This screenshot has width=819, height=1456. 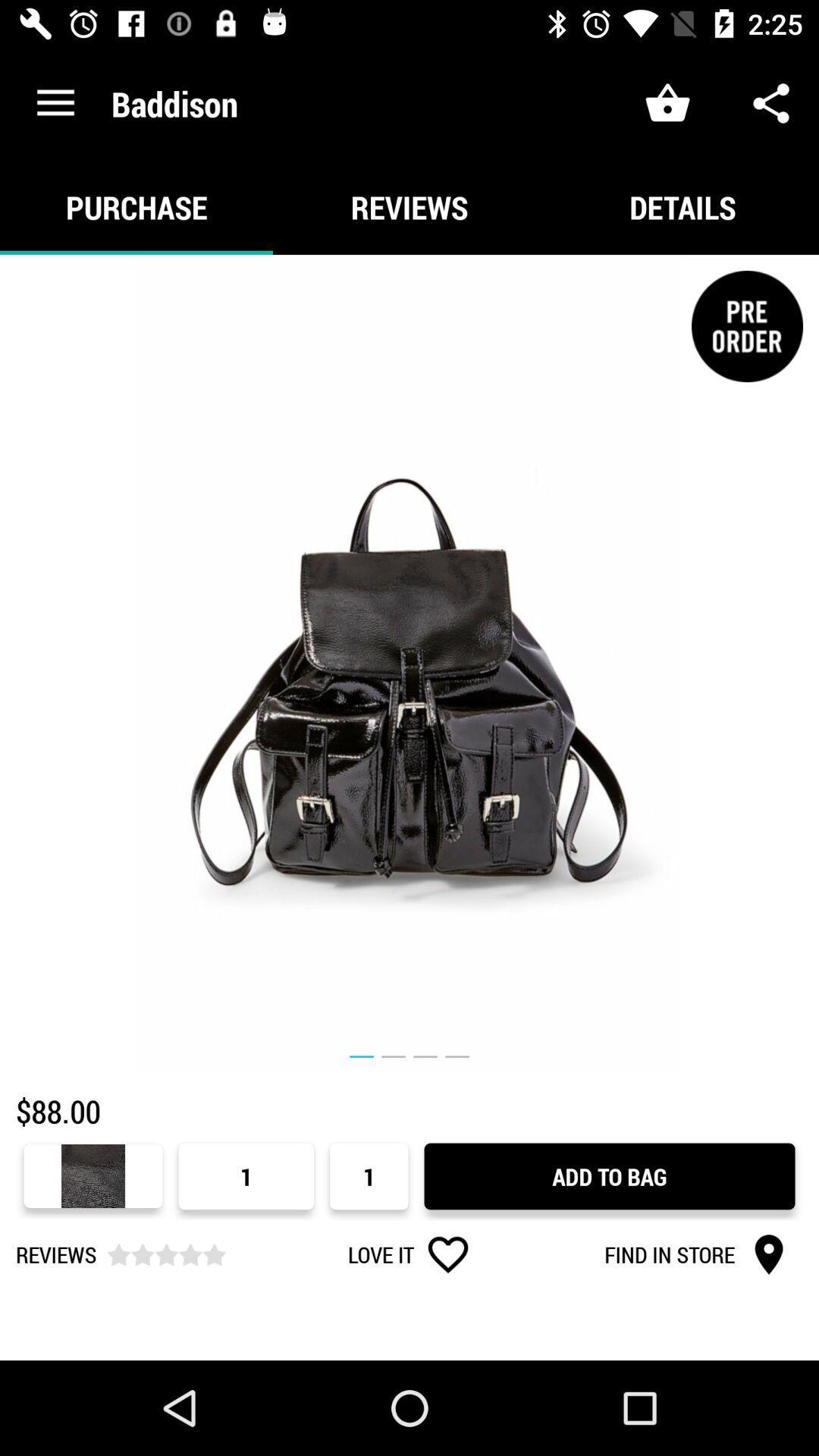 I want to click on icon above the purchase, so click(x=55, y=102).